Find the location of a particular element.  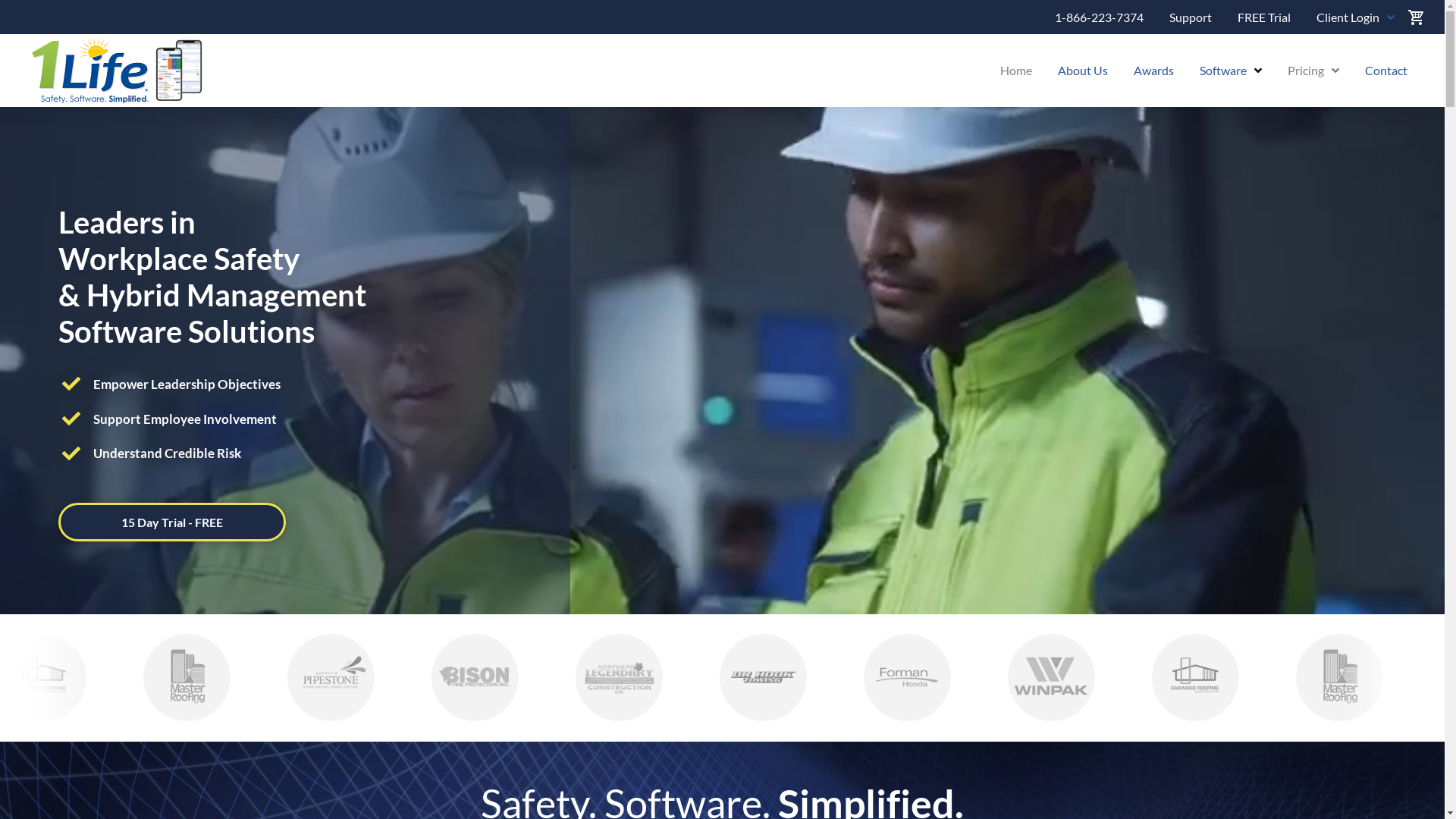

'The Municipality of Pipestone' is located at coordinates (296, 676).